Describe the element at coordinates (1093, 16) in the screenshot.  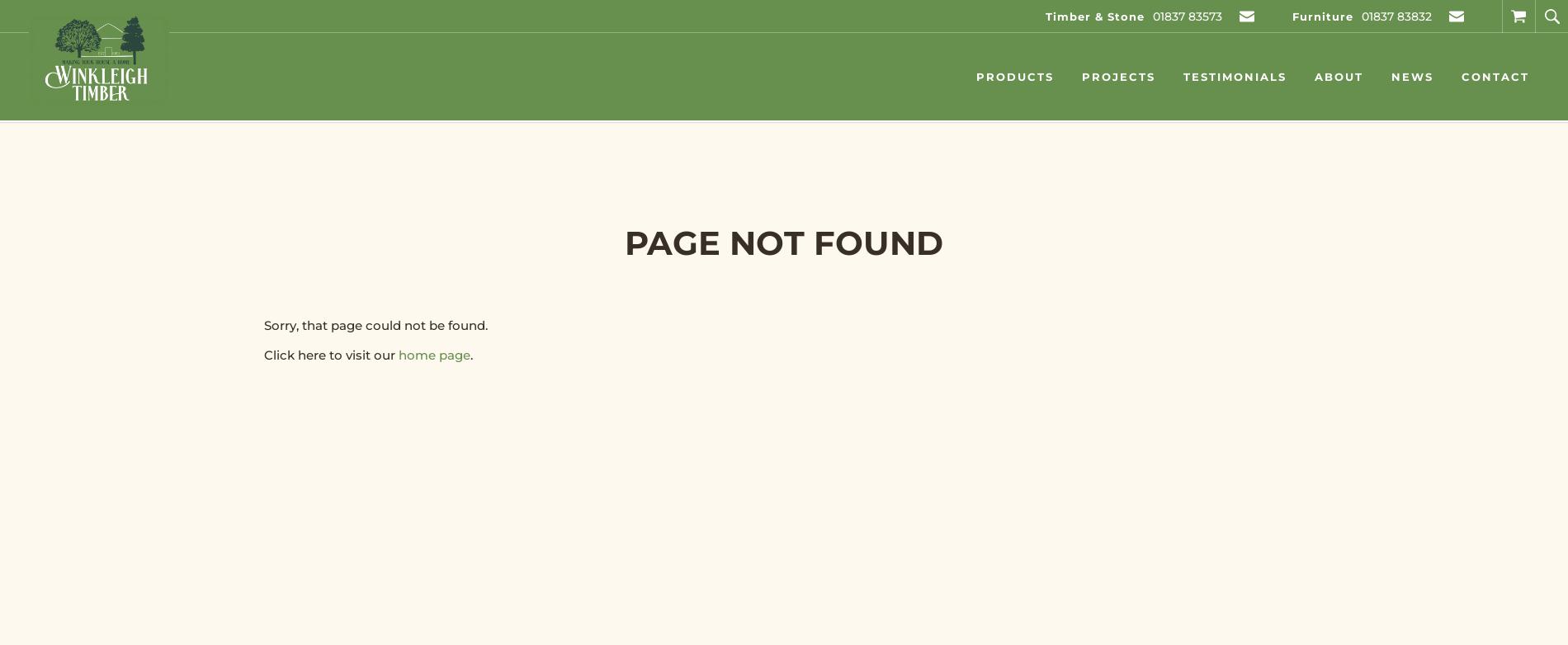
I see `'Timber & Stone'` at that location.